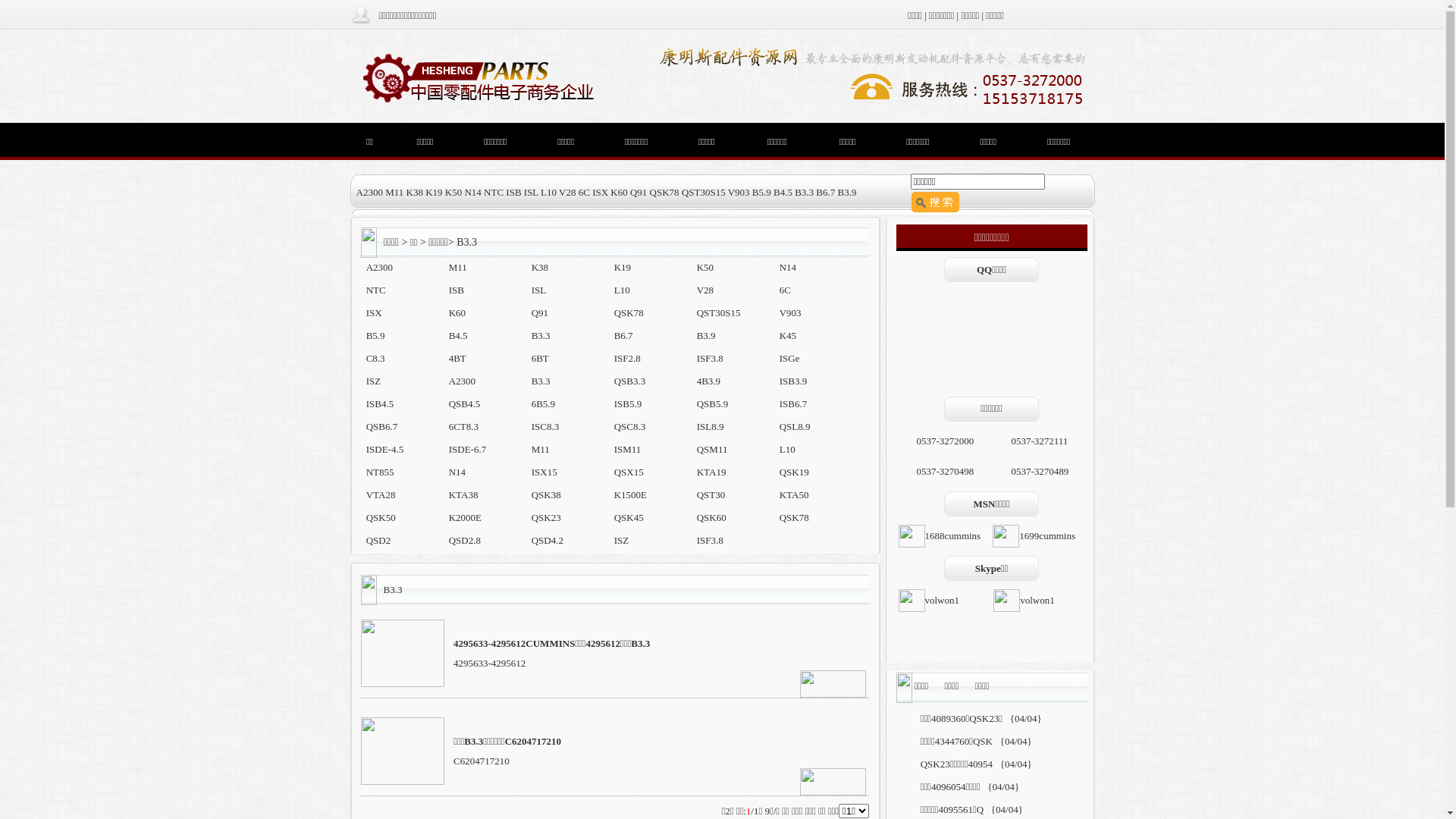 Image resolution: width=1456 pixels, height=819 pixels. I want to click on 'QSM11', so click(711, 448).